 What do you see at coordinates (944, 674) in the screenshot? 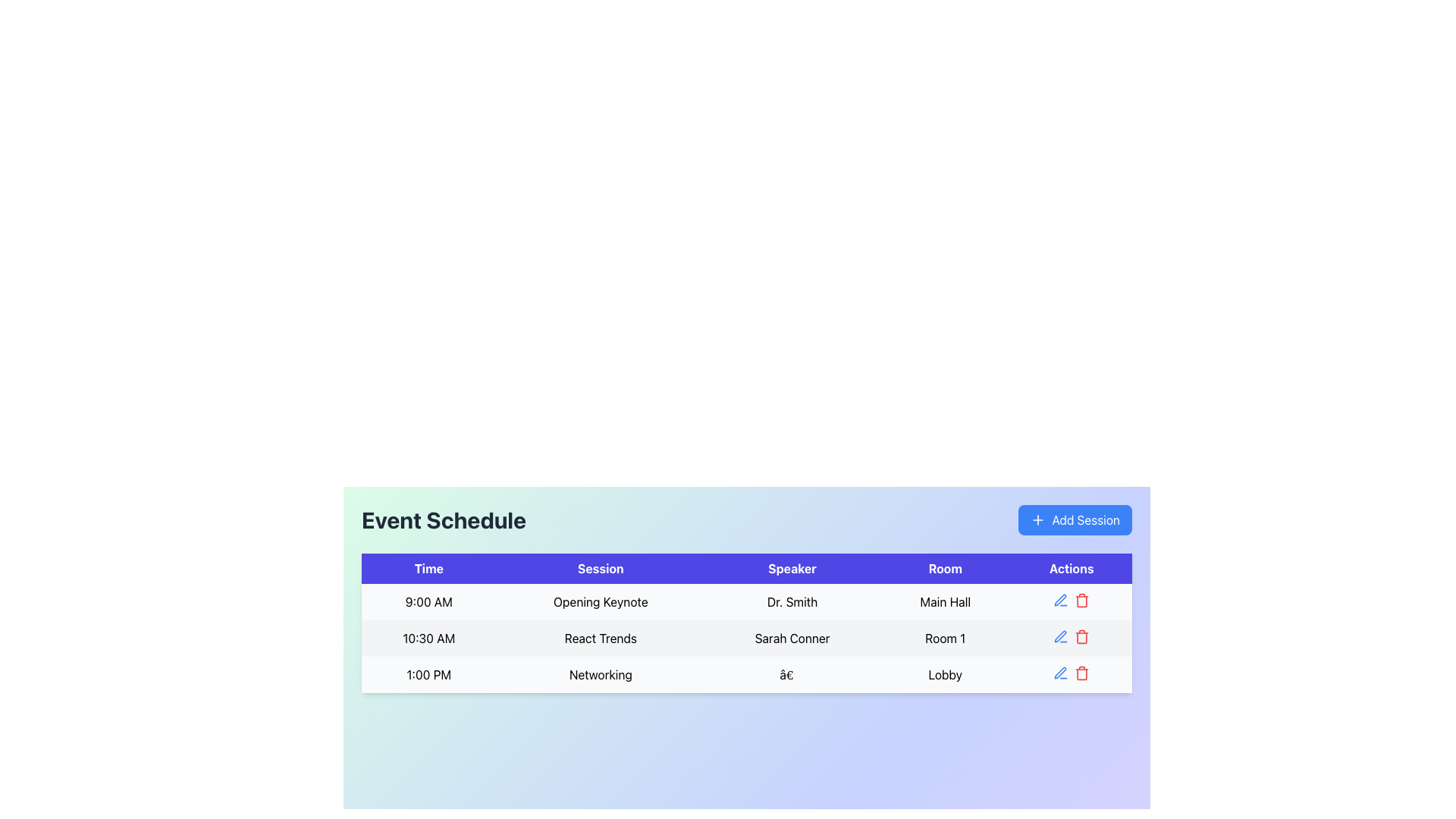
I see `the text label displaying 'Lobby' in the 'Event Schedule' table, located in the third row under the 'Room' column` at bounding box center [944, 674].